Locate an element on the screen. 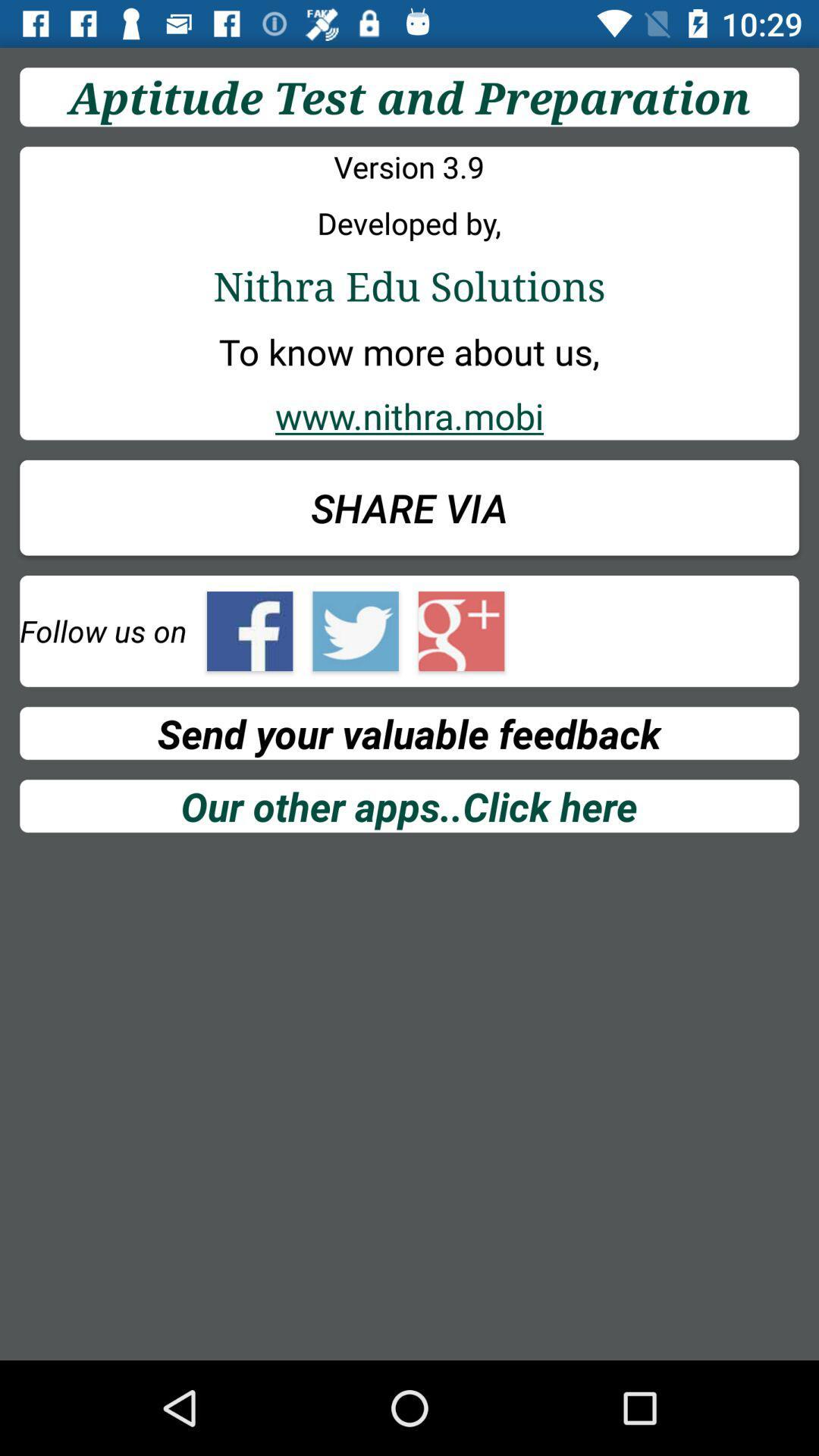  follow on twitter is located at coordinates (356, 631).